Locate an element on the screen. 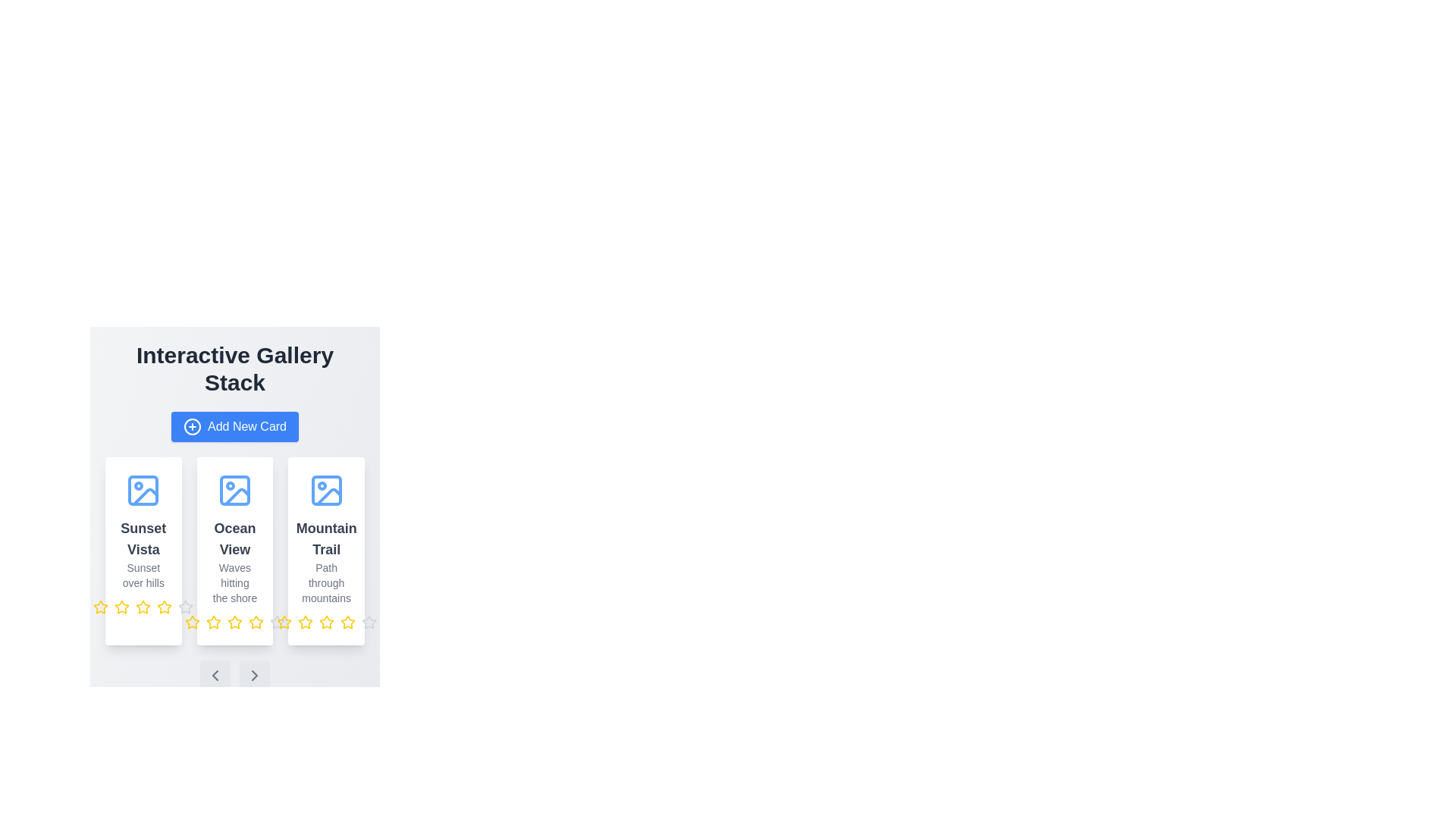 This screenshot has width=1456, height=819. the yellow star icon in the 5-star rating system under the 'Mountain Trail' card is located at coordinates (304, 623).